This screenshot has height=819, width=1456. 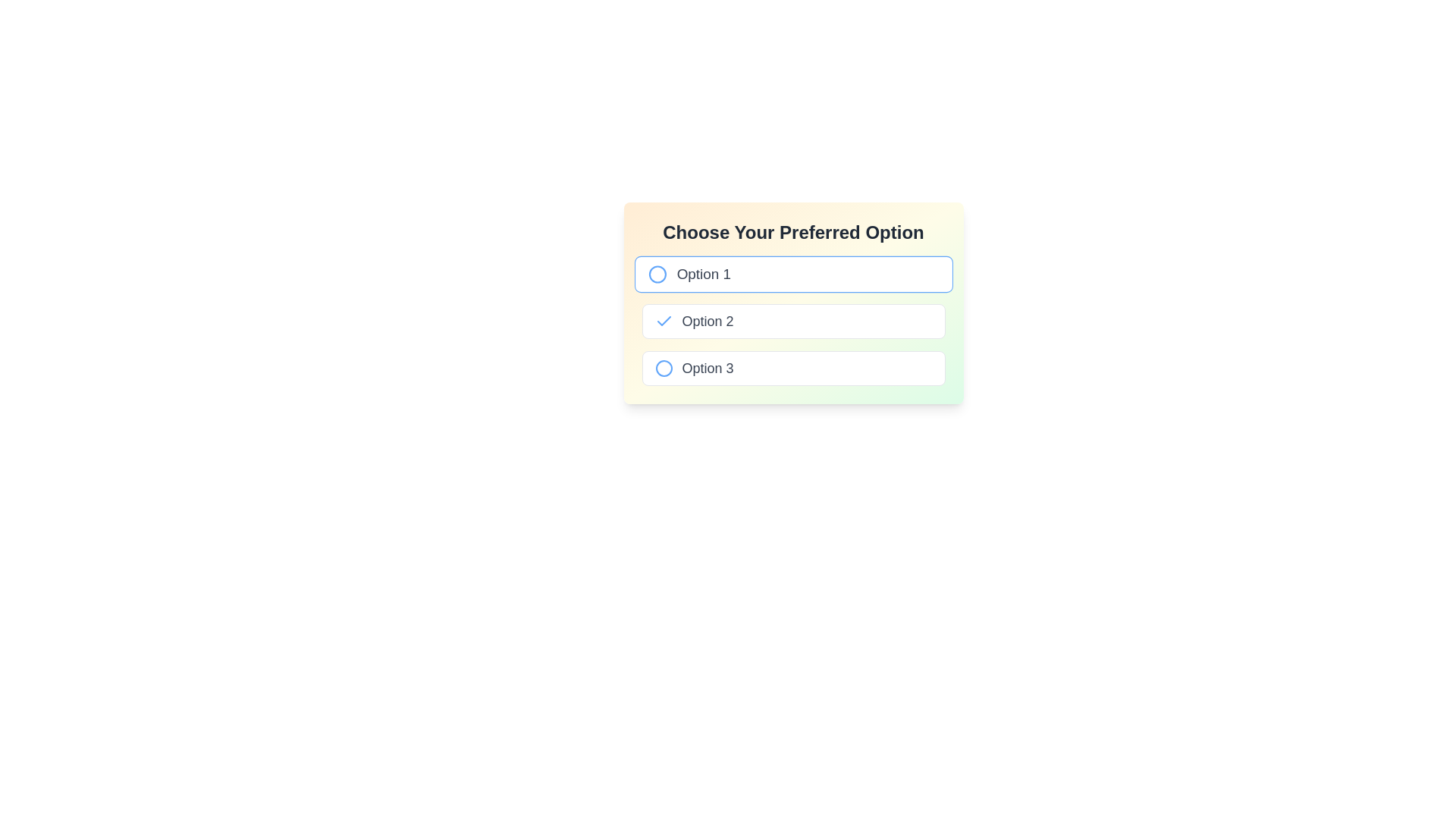 What do you see at coordinates (707, 369) in the screenshot?
I see `the associated radio button next to the 'Option 3' text label` at bounding box center [707, 369].